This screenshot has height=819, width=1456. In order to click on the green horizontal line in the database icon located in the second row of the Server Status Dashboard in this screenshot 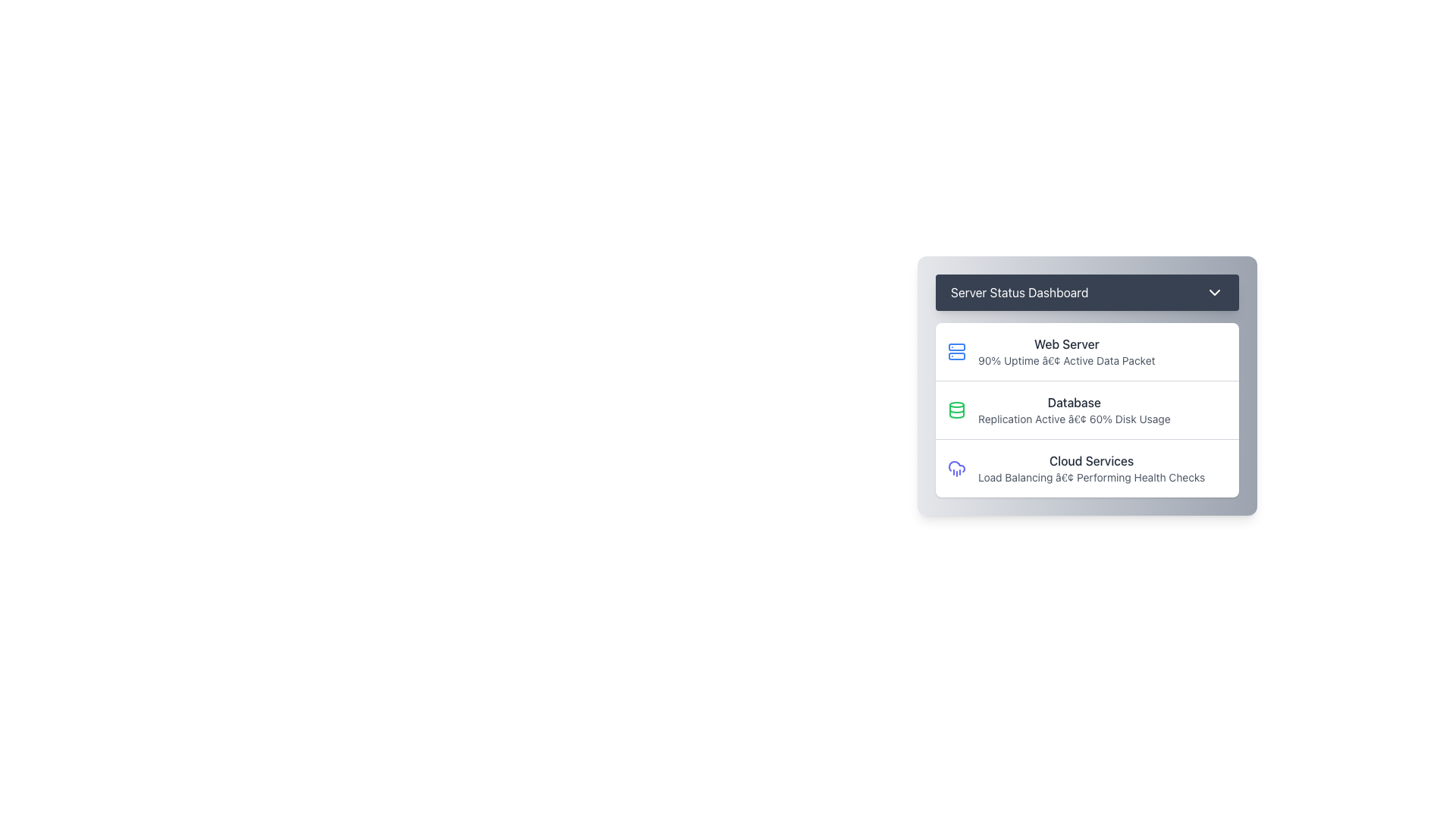, I will do `click(956, 411)`.